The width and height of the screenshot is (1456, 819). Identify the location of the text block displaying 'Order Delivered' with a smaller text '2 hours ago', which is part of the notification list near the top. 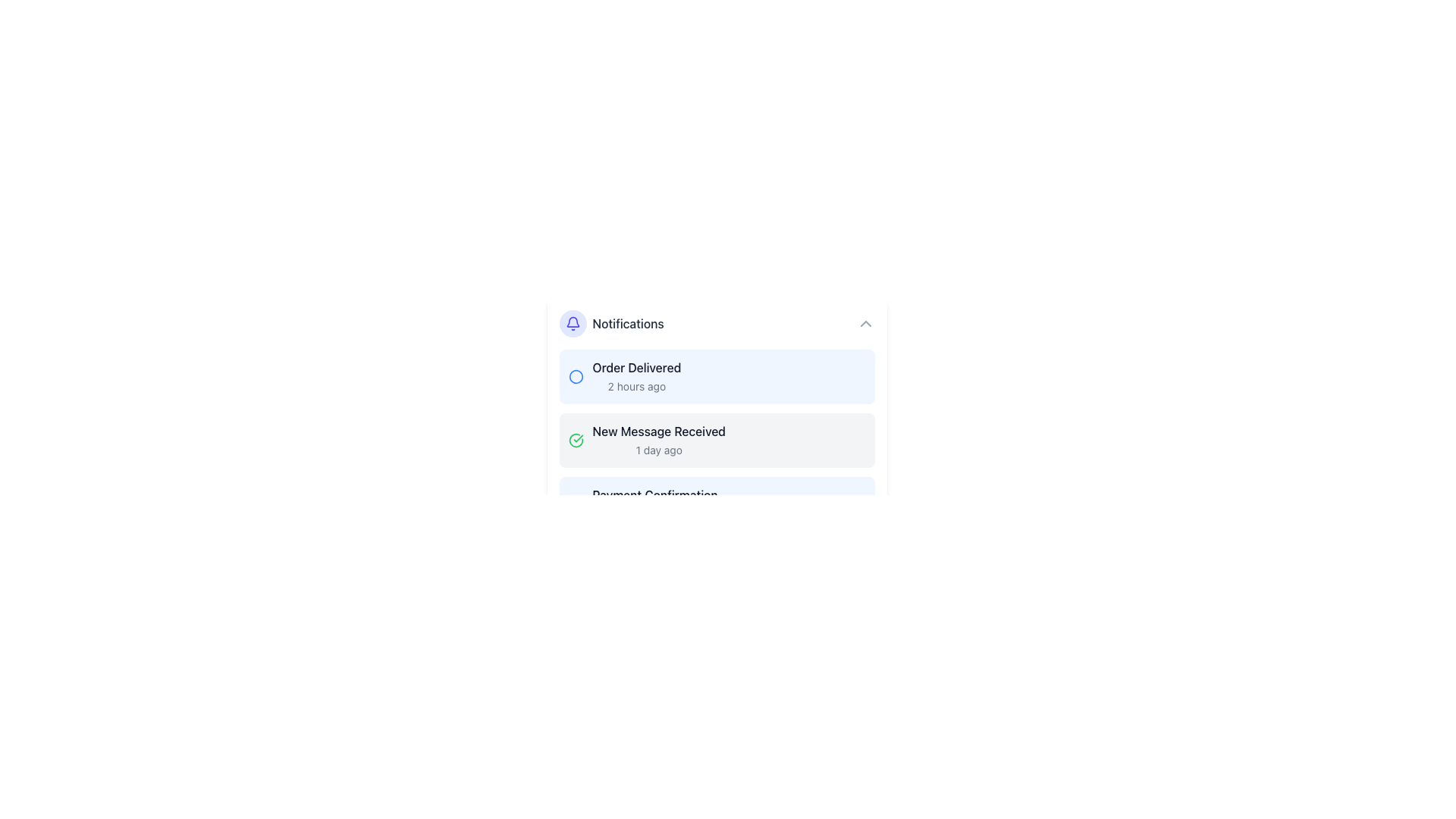
(636, 376).